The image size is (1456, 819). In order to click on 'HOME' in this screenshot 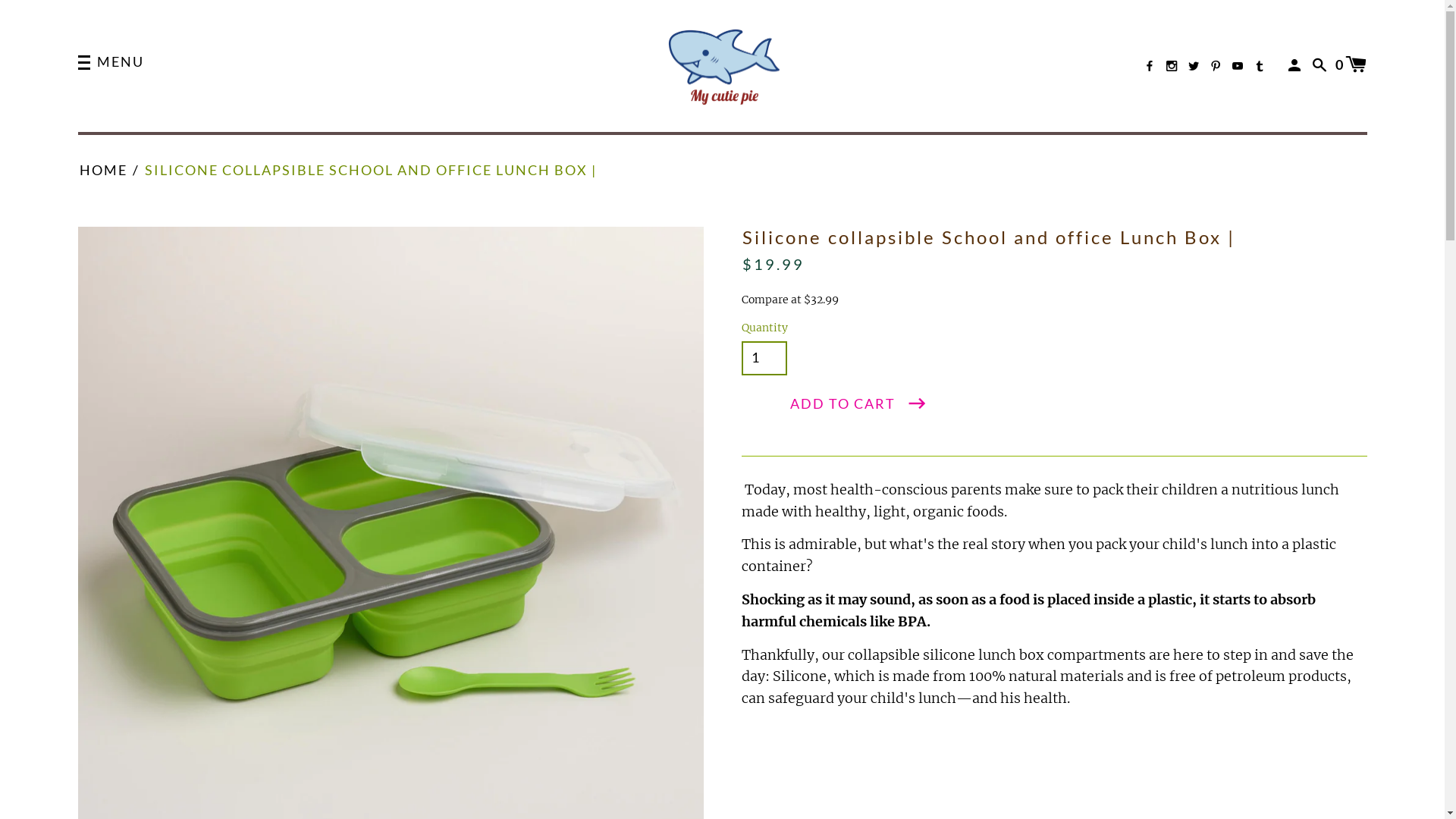, I will do `click(102, 170)`.